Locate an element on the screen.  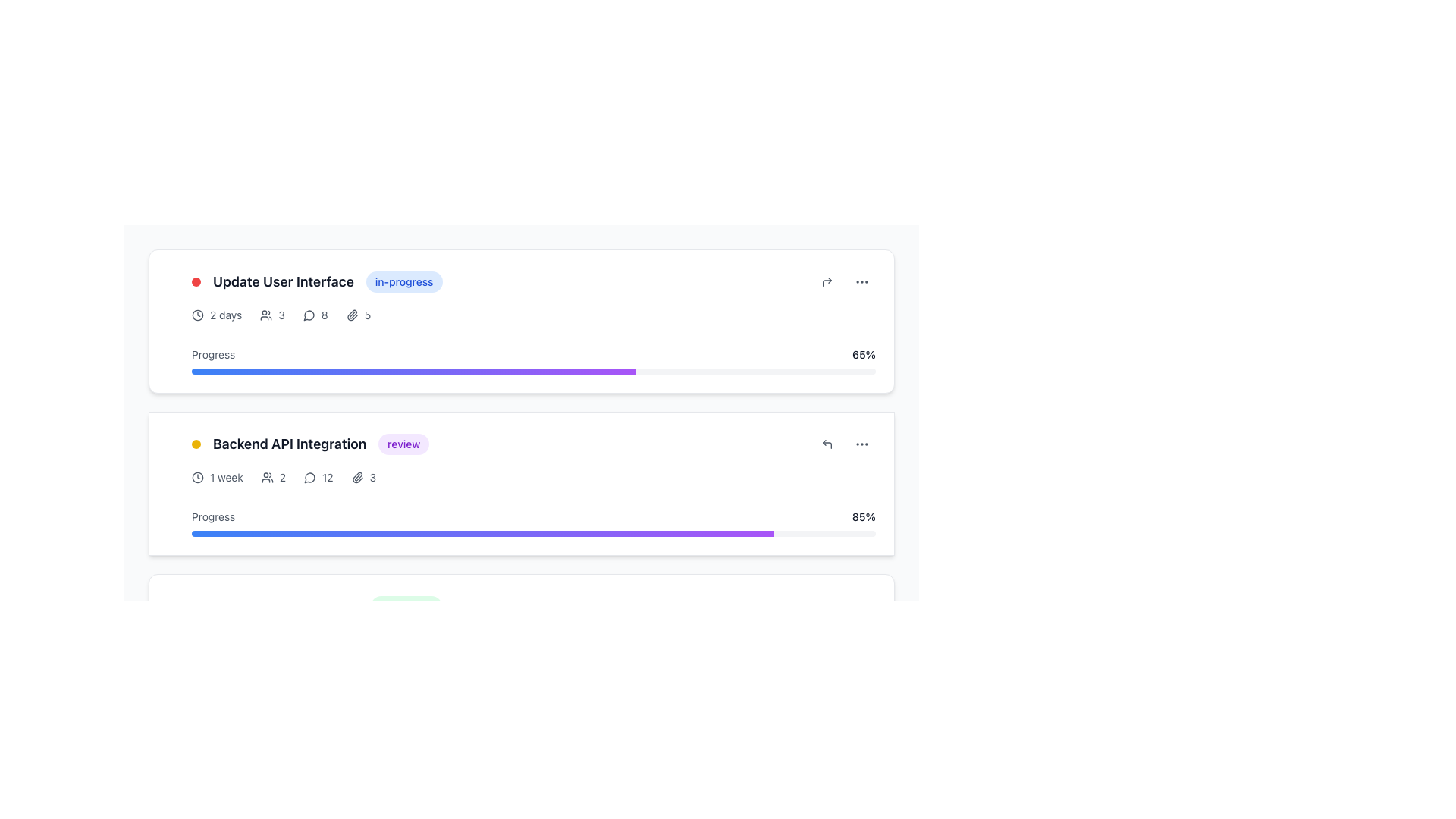
the static text label displaying the number of comments associated with the task 'Update User Interface' to potentially view additional information is located at coordinates (324, 315).